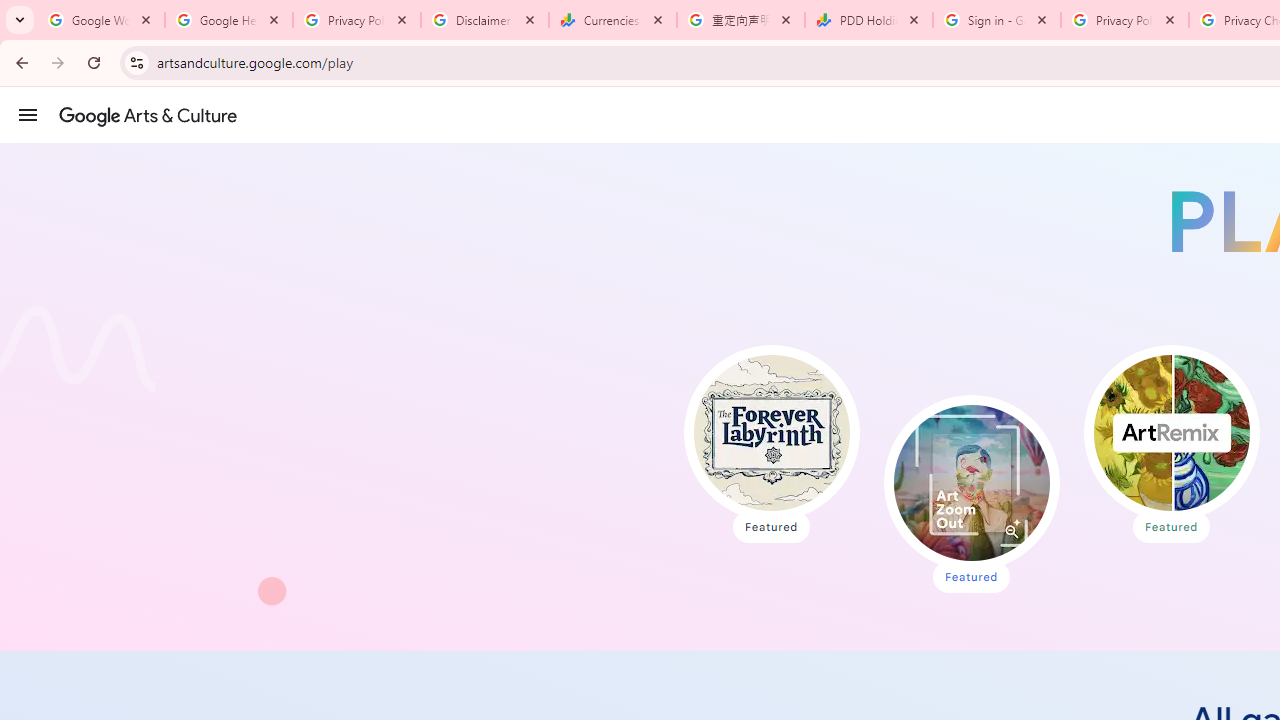 The height and width of the screenshot is (720, 1280). I want to click on 'Art Zoom Out', so click(971, 483).